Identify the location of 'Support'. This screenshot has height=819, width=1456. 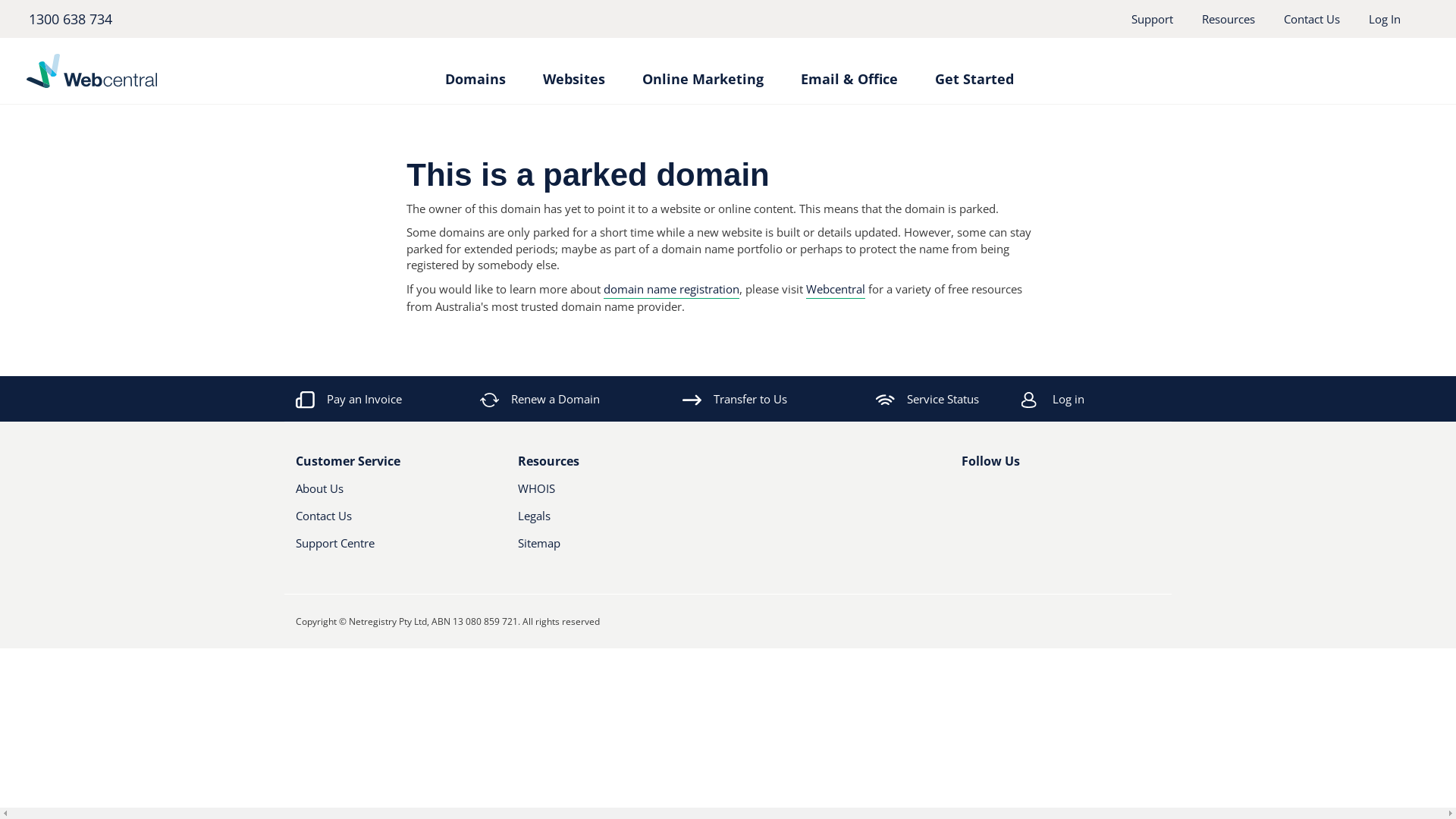
(1152, 18).